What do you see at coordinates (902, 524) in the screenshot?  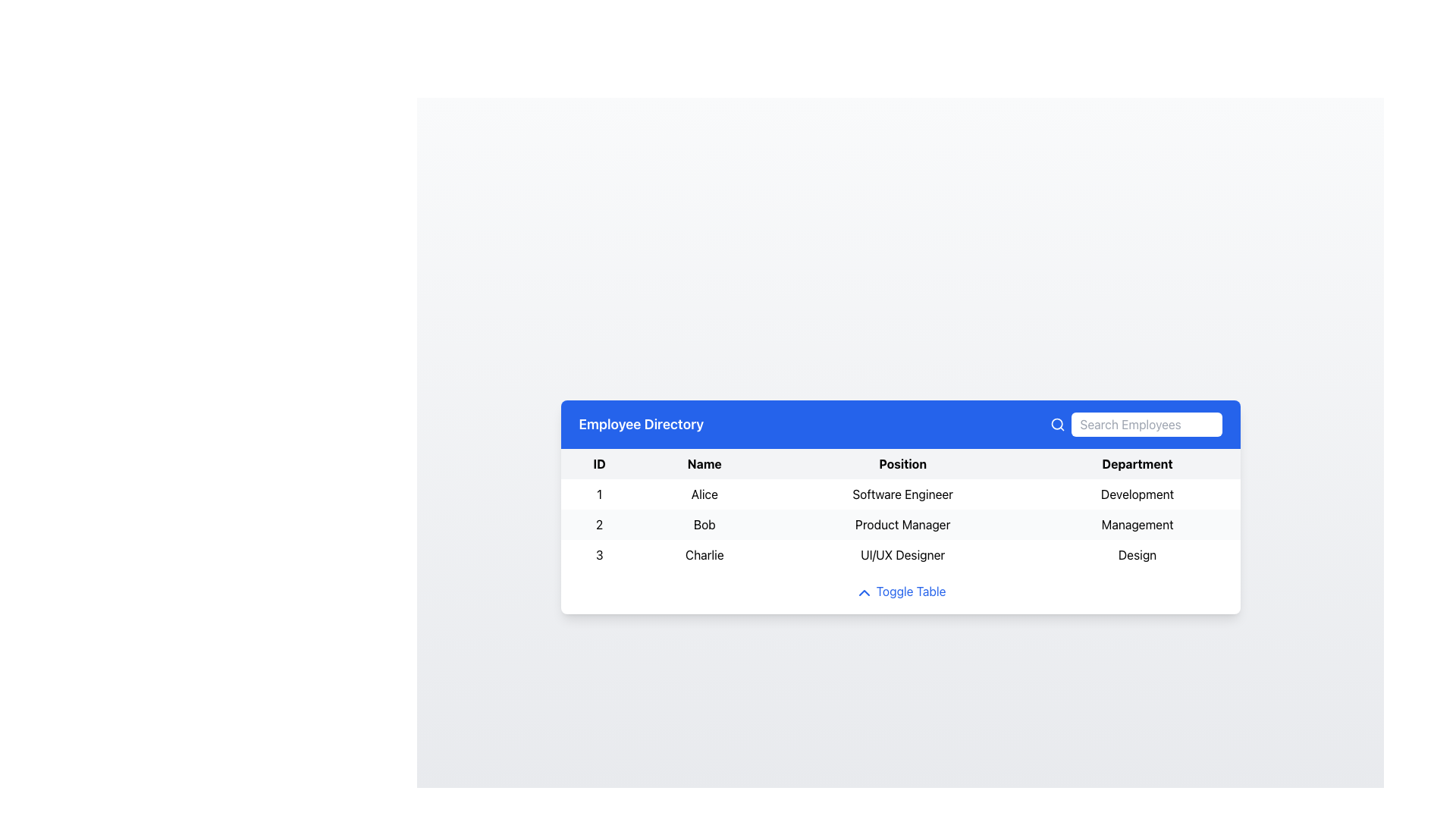 I see `the text element displaying 'Product Manager' located in the 'Position' column of the second row in the 'Employee Directory' table` at bounding box center [902, 524].